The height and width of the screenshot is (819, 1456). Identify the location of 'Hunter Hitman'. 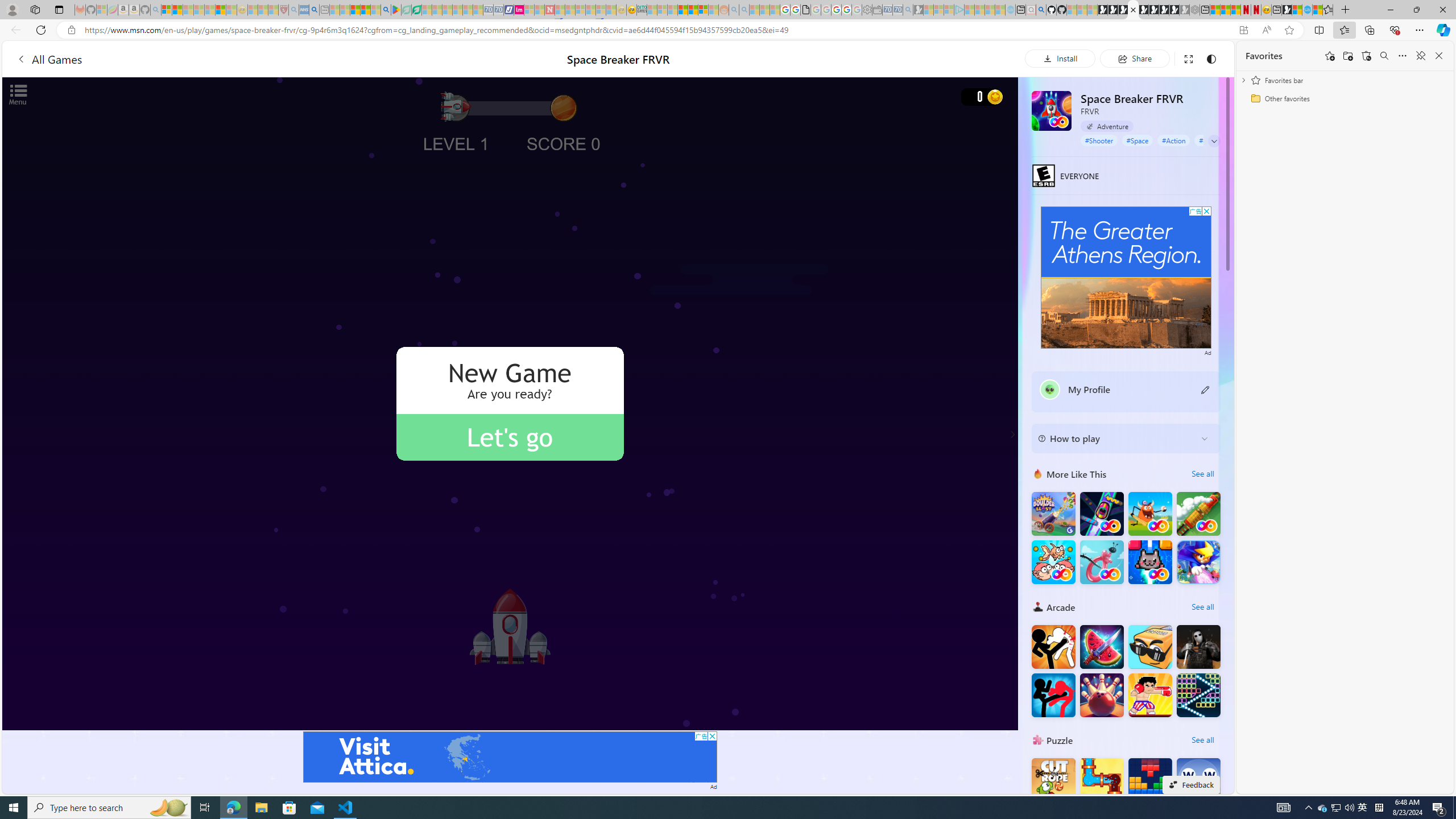
(1198, 646).